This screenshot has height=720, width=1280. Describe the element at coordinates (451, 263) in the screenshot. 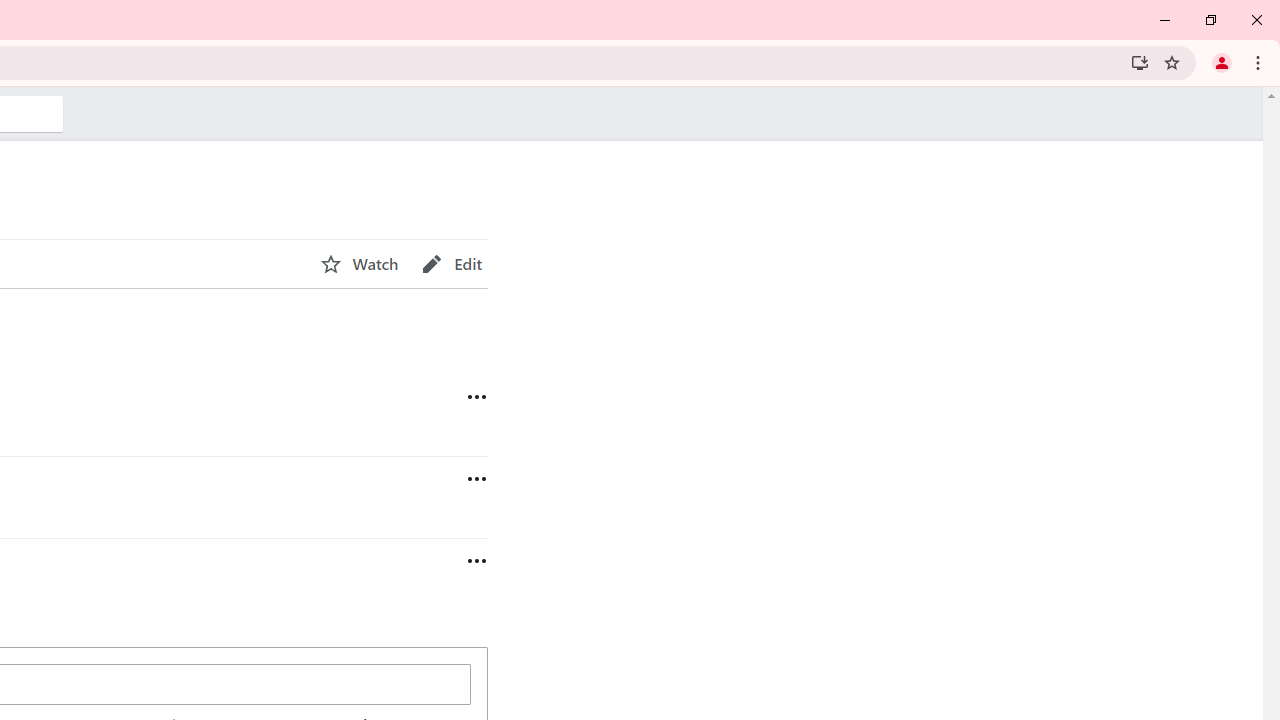

I see `'AutomationID: page-actions-edit'` at that location.